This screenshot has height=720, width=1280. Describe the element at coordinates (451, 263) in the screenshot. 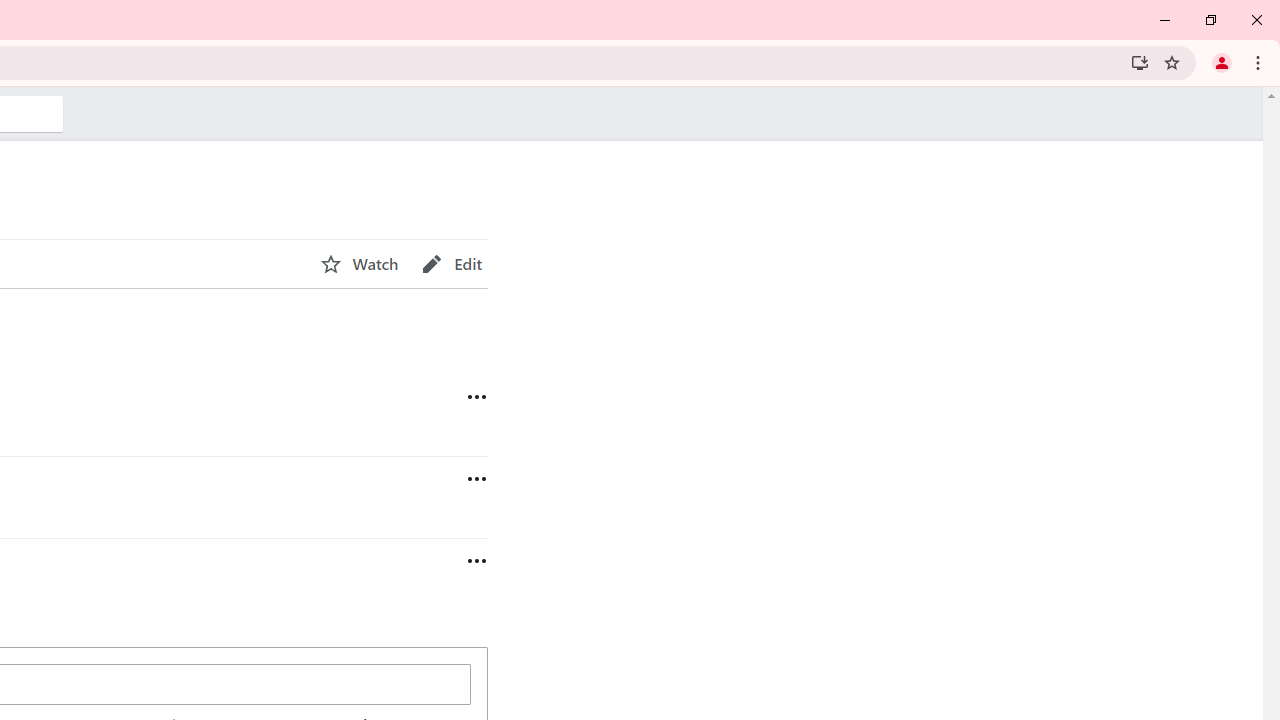

I see `'AutomationID: page-actions-edit'` at that location.